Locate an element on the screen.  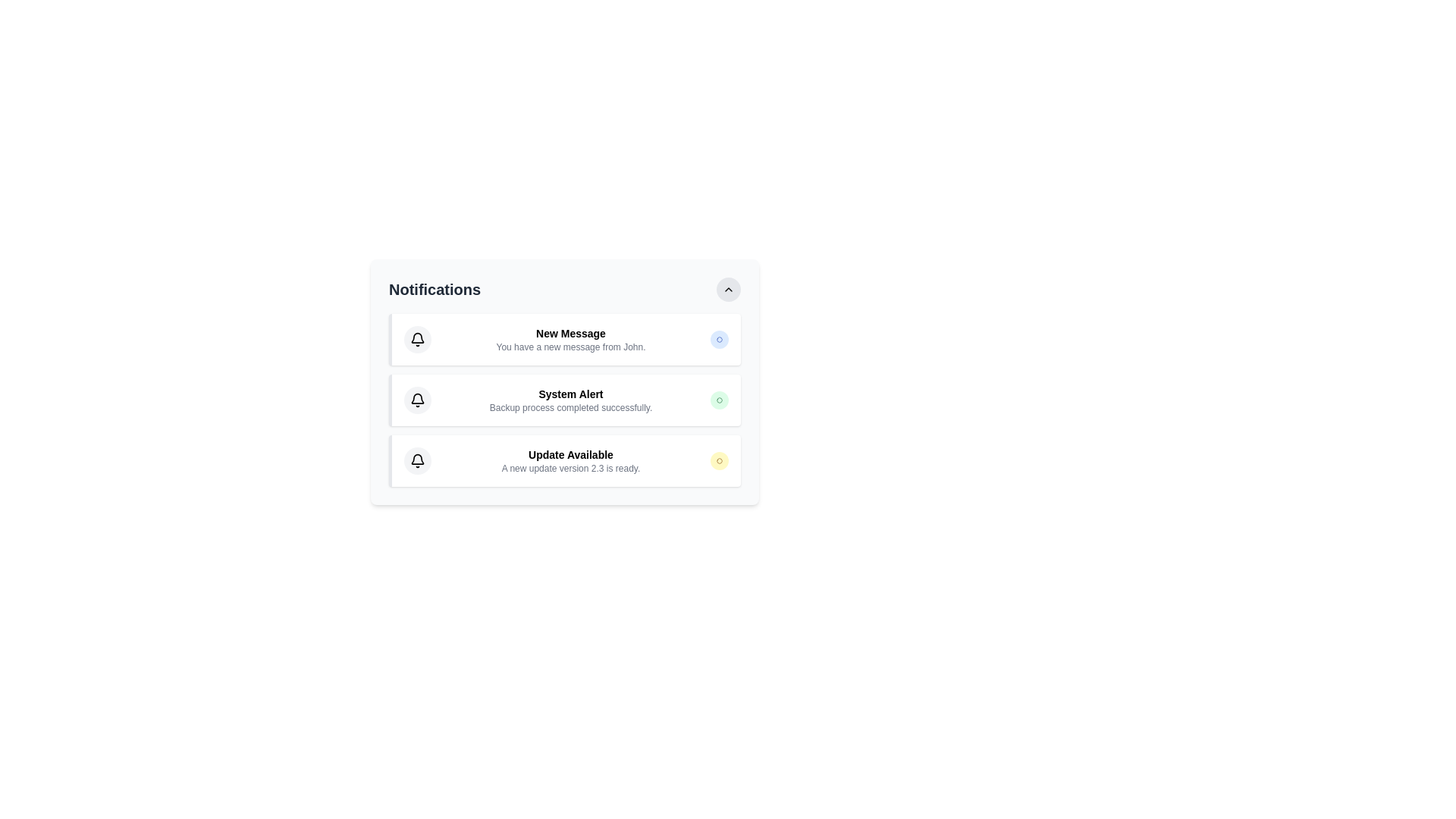
the circular badge with a yellow background located in the bottom right corner of the 'Update Available' notification listing is located at coordinates (719, 460).